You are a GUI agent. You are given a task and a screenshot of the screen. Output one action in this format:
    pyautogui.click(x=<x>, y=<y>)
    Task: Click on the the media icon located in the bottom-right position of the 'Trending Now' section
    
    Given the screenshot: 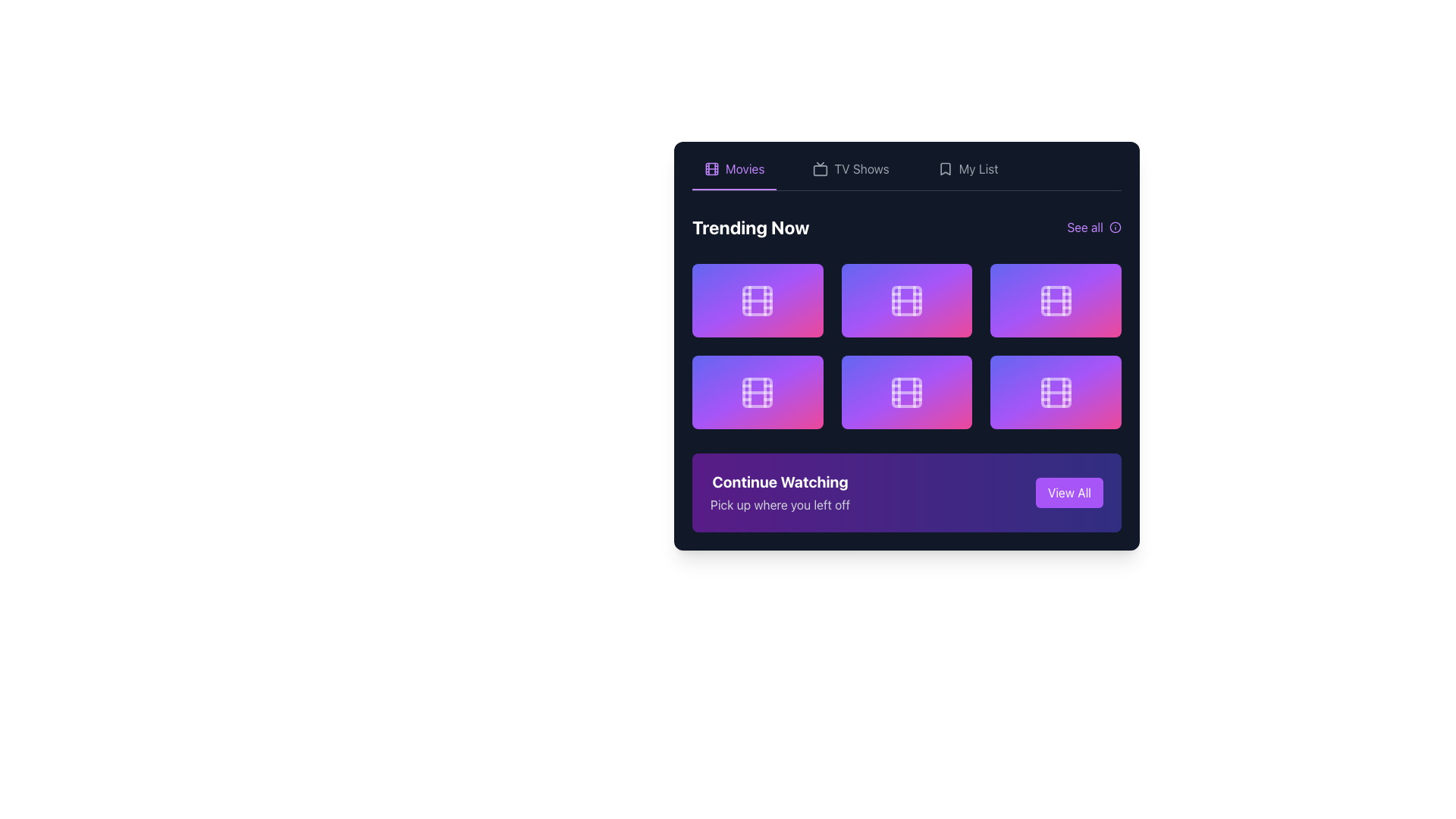 What is the action you would take?
    pyautogui.click(x=1055, y=391)
    